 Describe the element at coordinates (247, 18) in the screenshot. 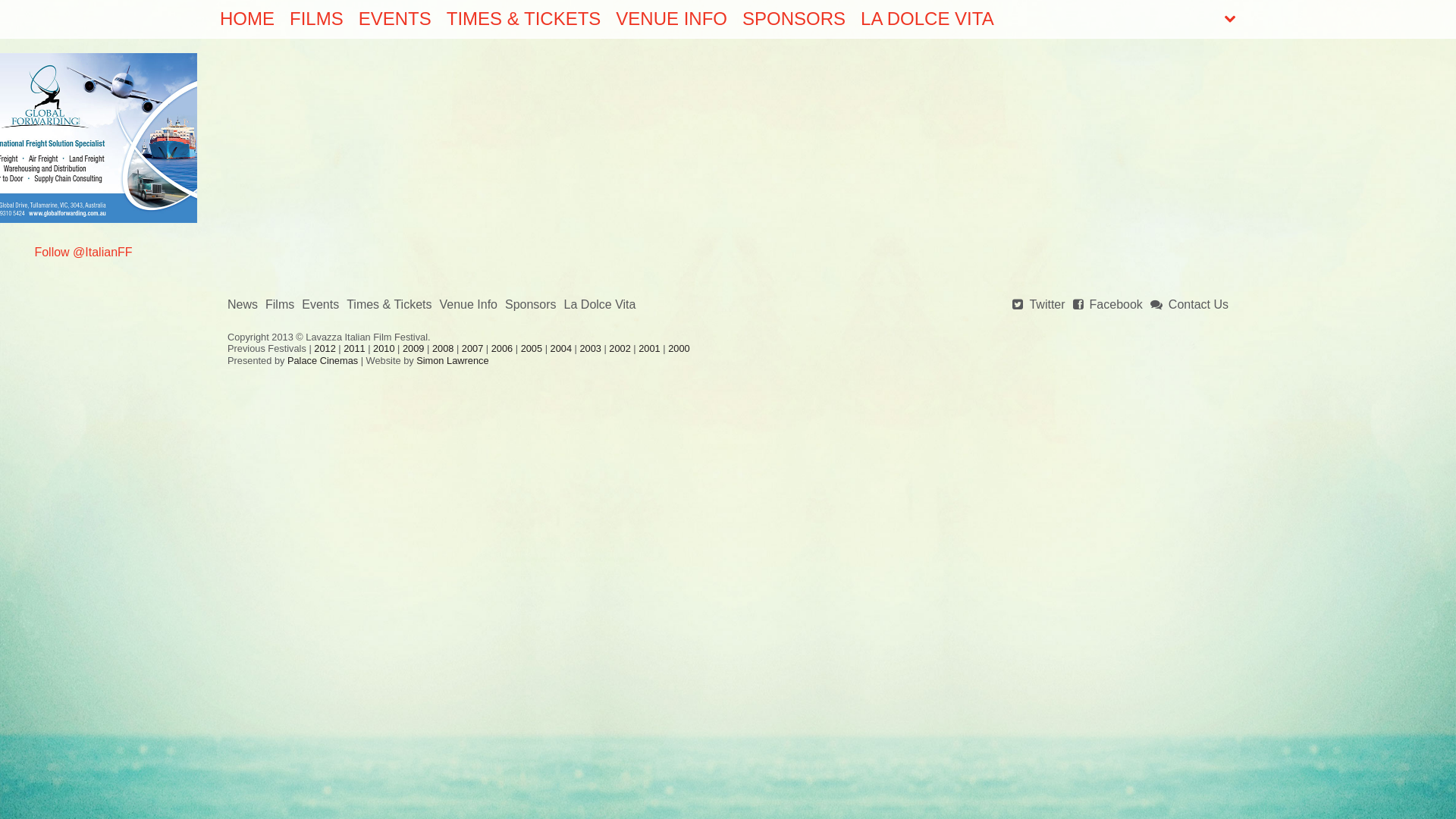

I see `'HOME'` at that location.